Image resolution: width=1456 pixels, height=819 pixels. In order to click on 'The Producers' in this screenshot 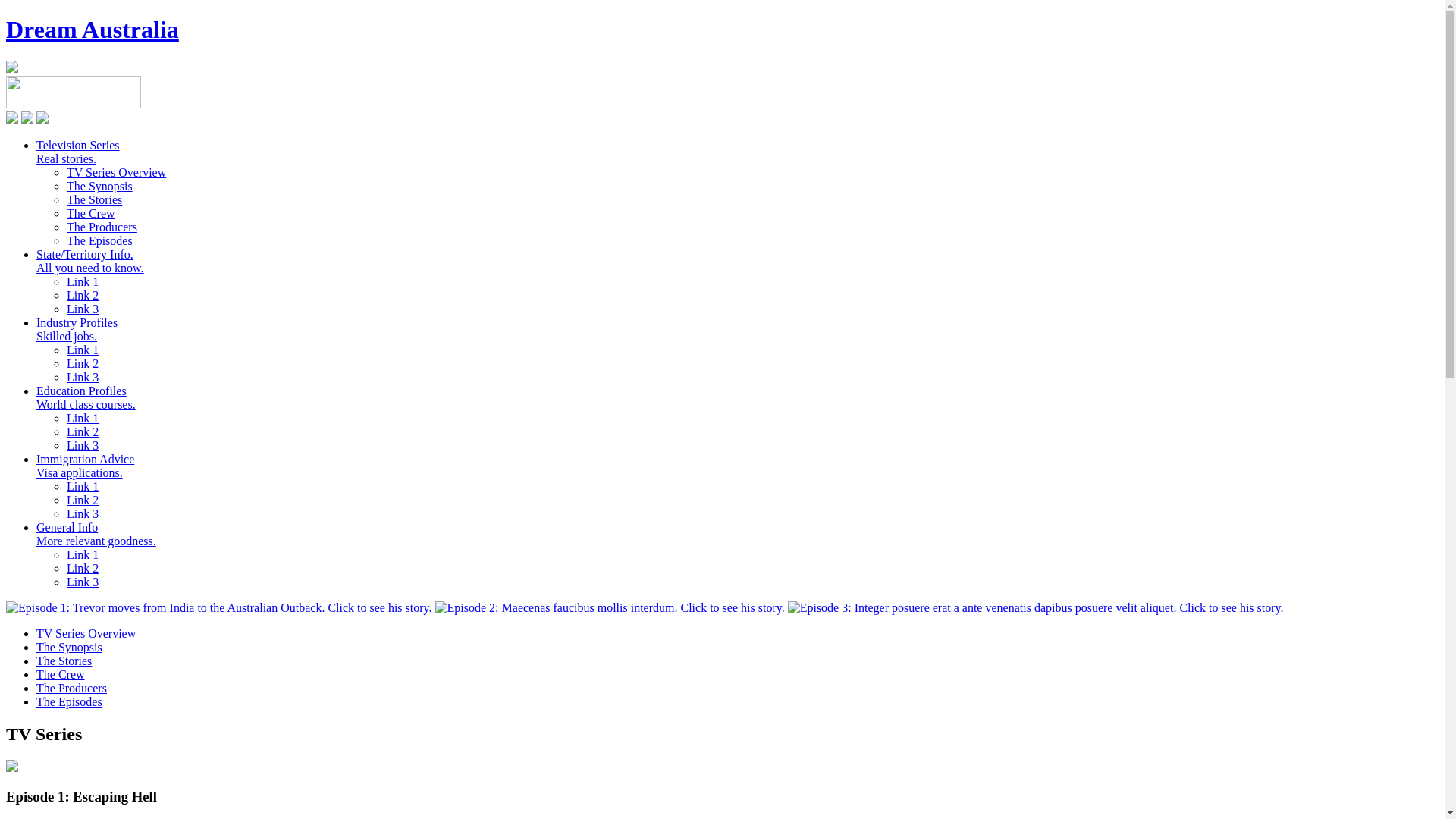, I will do `click(101, 227)`.